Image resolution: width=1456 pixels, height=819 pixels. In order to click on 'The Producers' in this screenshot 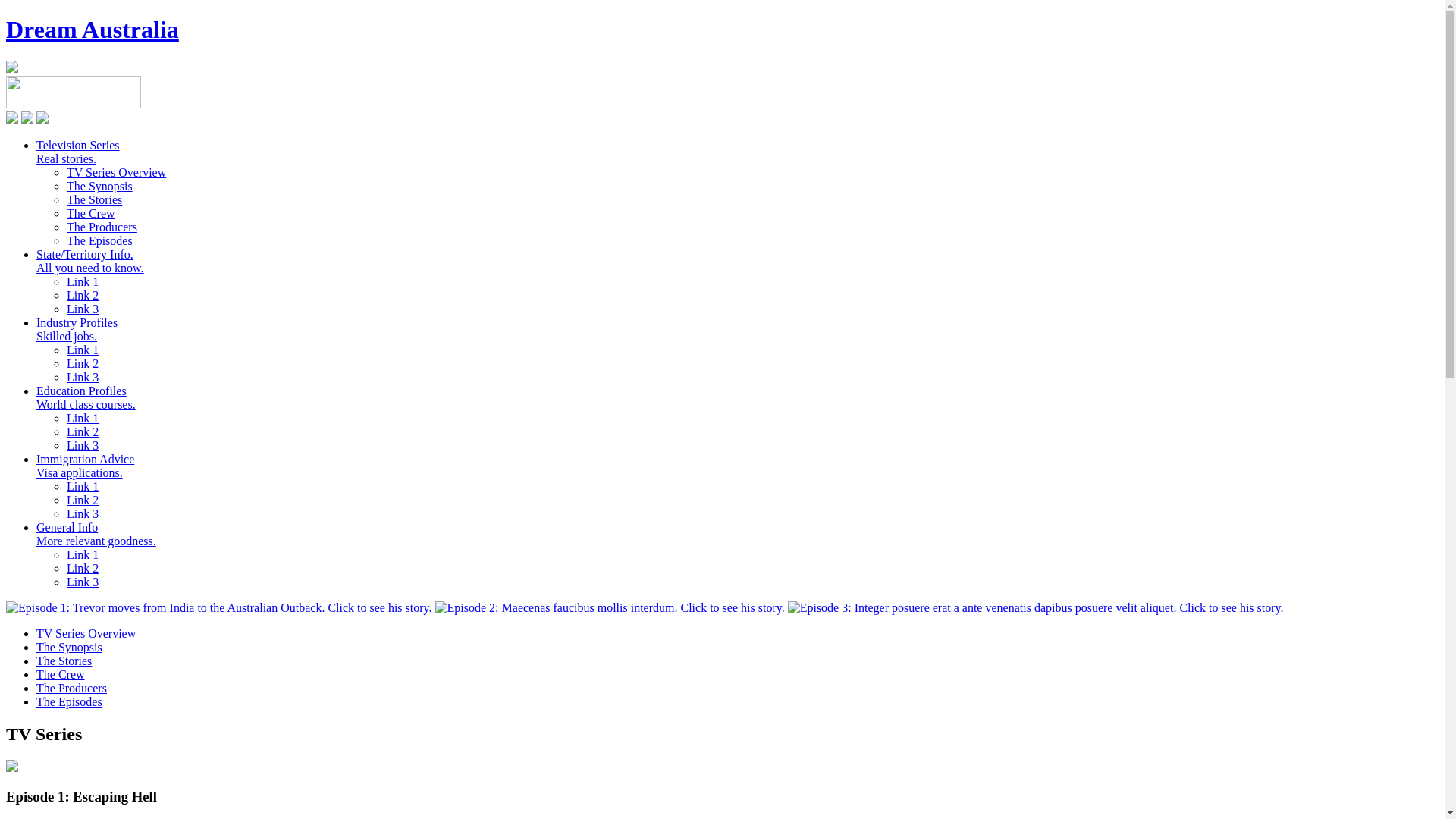, I will do `click(101, 227)`.